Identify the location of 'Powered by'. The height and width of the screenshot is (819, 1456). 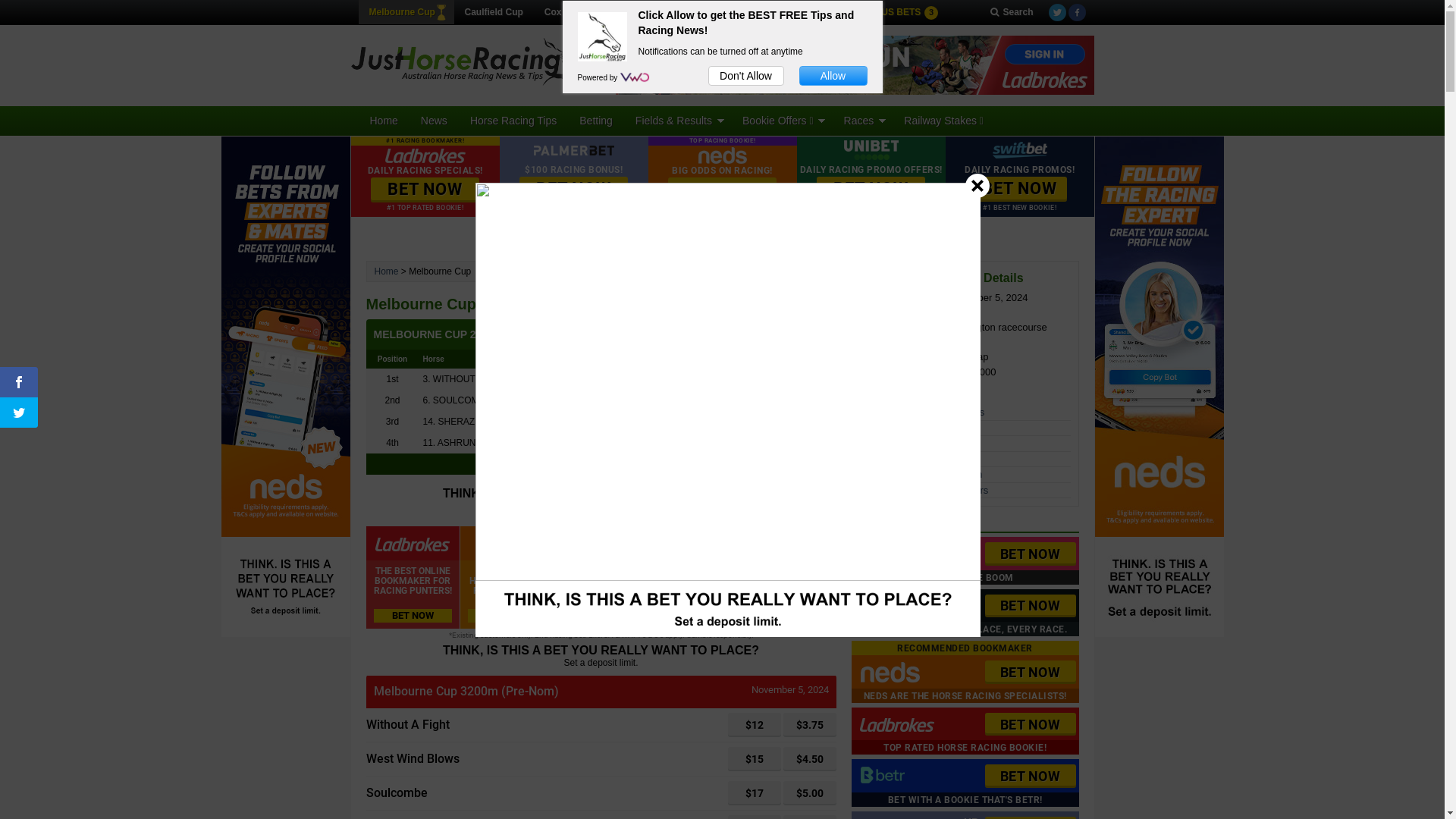
(598, 77).